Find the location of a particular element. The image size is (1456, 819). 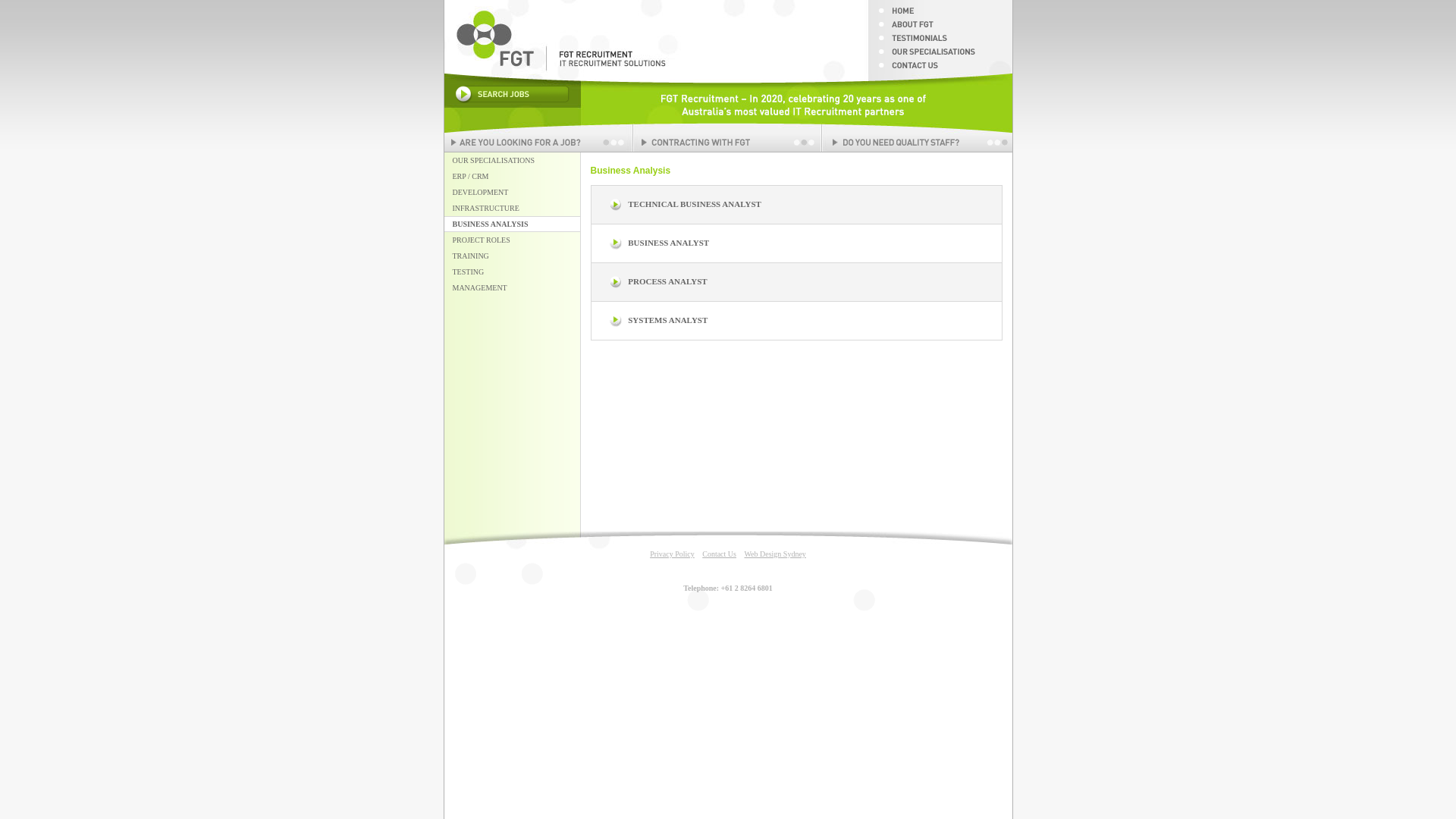

'Web Design Sydney' is located at coordinates (774, 554).